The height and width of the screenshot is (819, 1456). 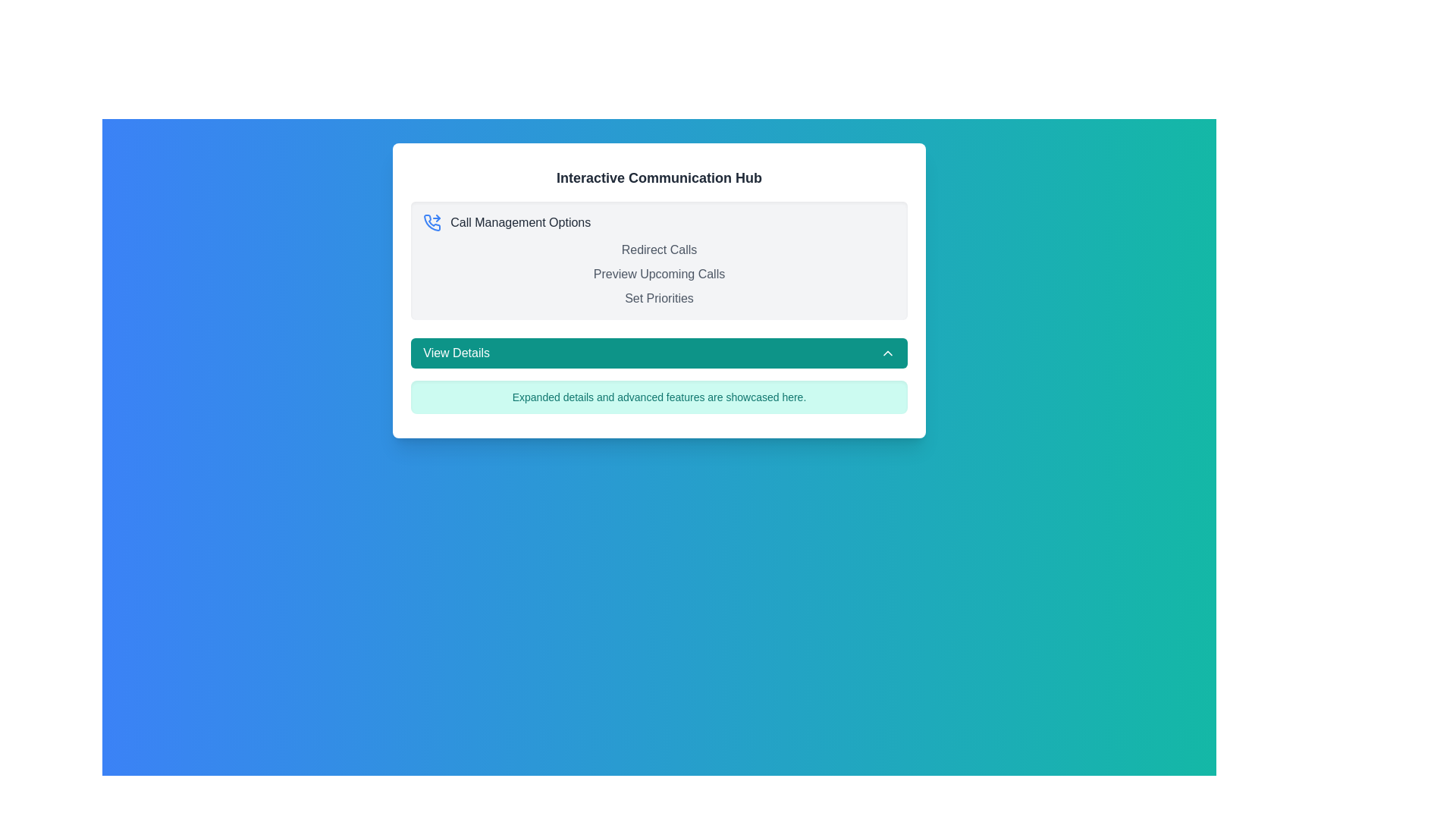 I want to click on the informational text box with a teal background that contains the text 'Expanded details and advanced features are showcased here.', so click(x=659, y=397).